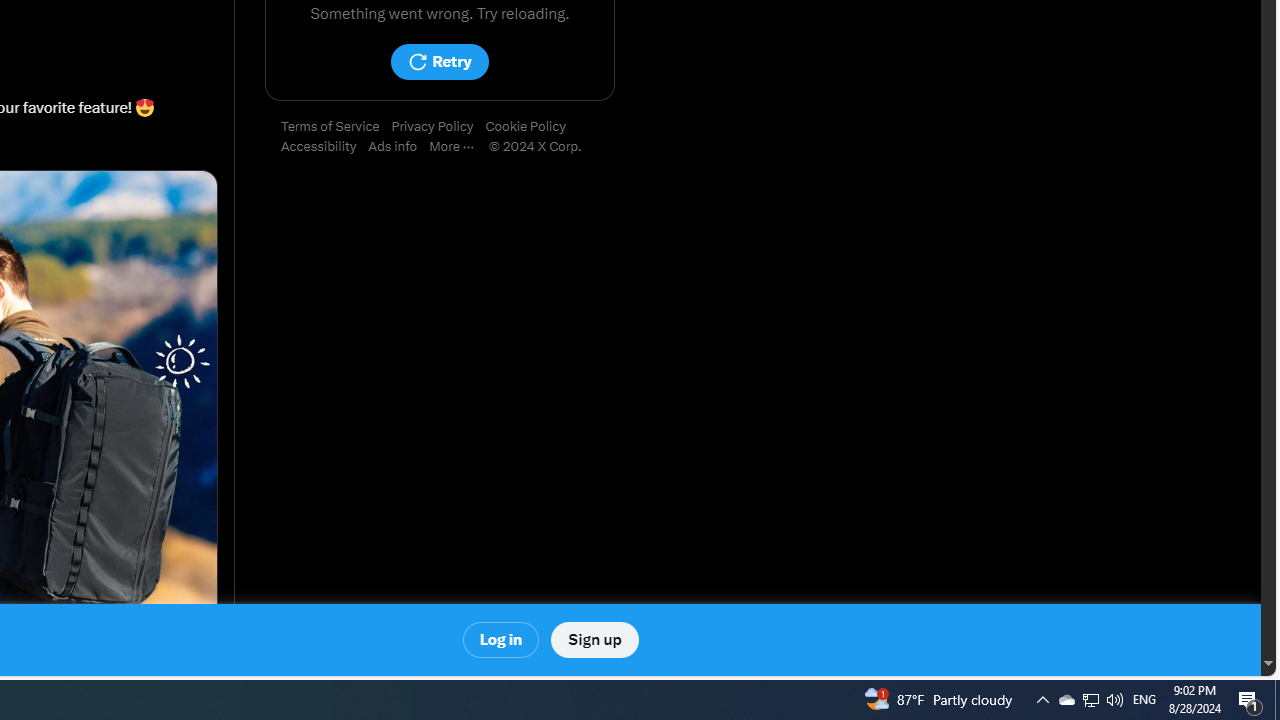  I want to click on 'Log in', so click(501, 640).